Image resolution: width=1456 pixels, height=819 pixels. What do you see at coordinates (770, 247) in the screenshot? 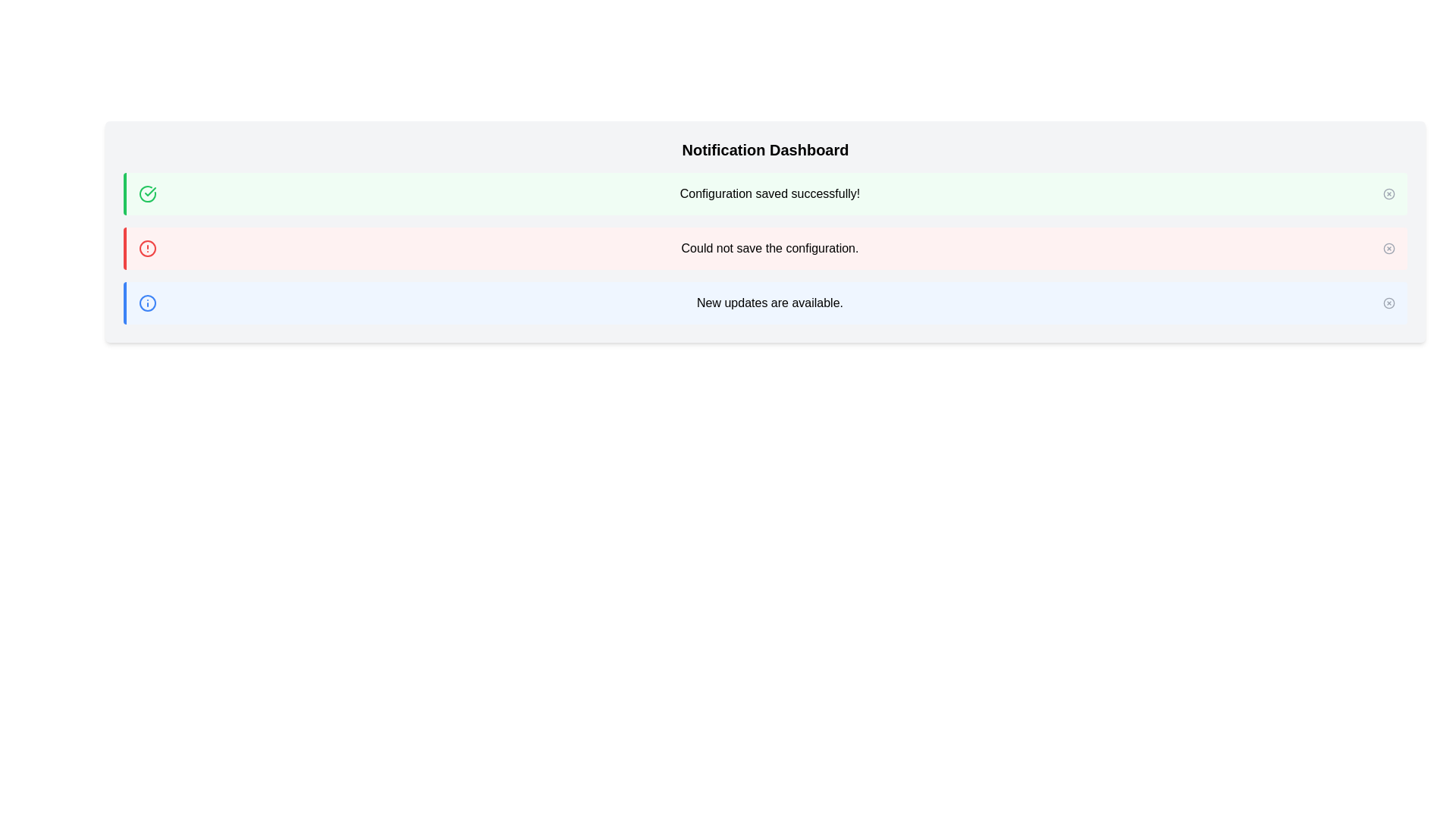
I see `the error notification message displayed in the middle of a red-bordered notification card, indicating a failed configuration save action` at bounding box center [770, 247].